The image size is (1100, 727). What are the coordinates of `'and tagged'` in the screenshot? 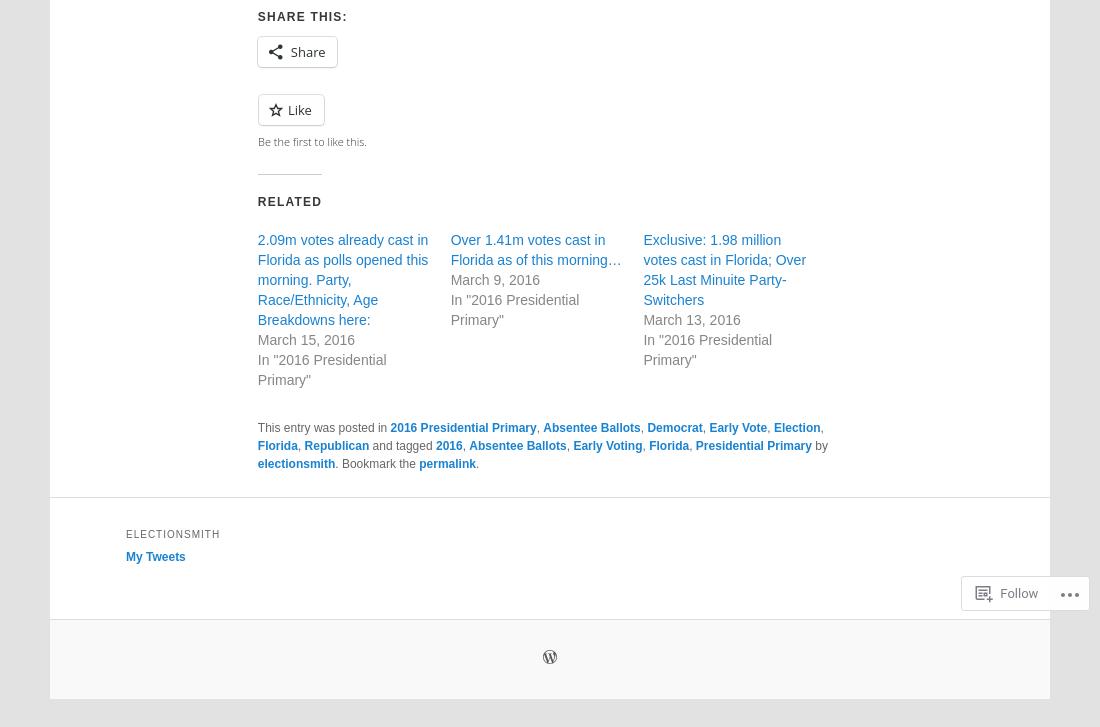 It's located at (402, 443).